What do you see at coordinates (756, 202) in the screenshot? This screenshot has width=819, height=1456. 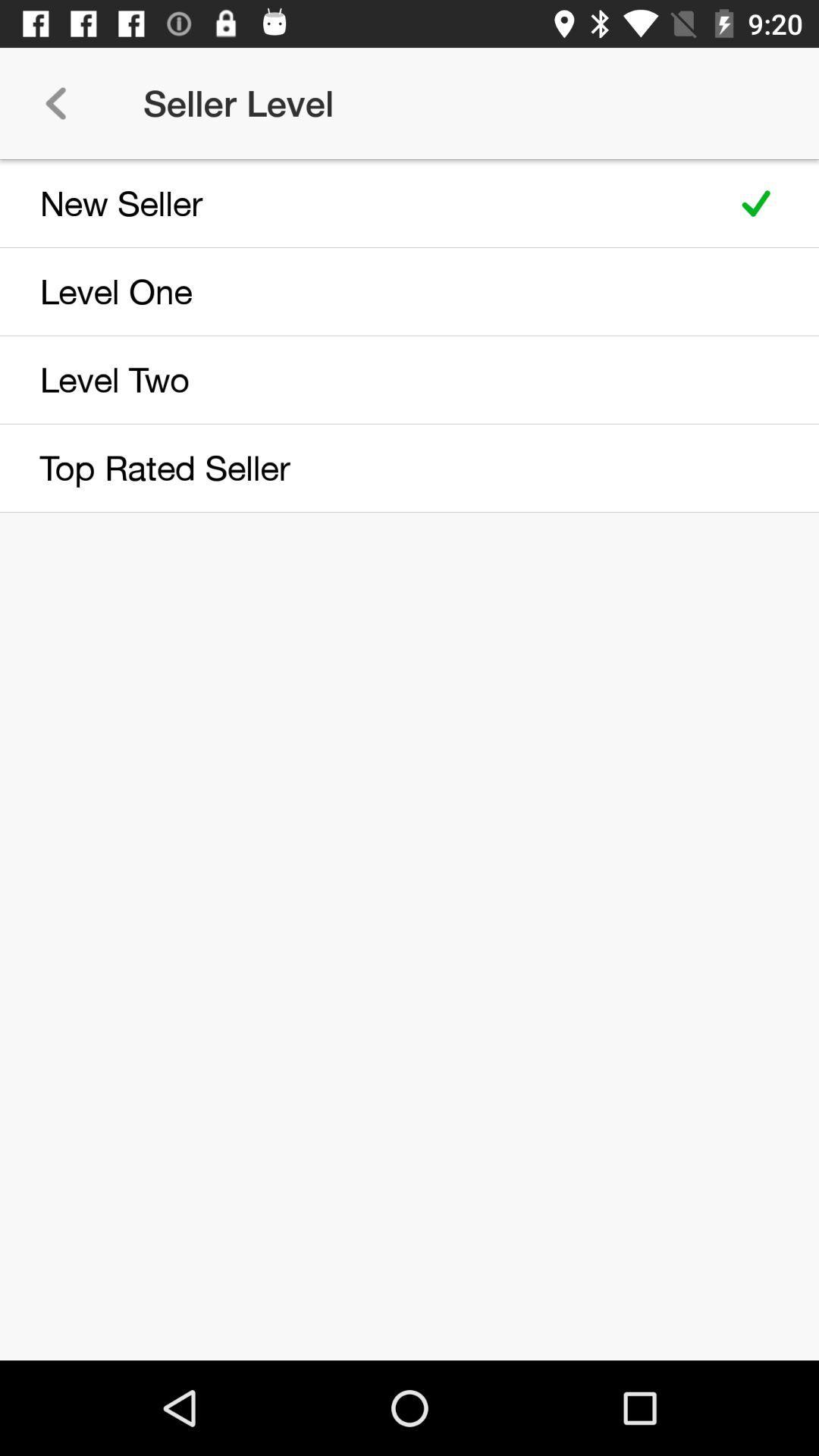 I see `item at the top right corner` at bounding box center [756, 202].